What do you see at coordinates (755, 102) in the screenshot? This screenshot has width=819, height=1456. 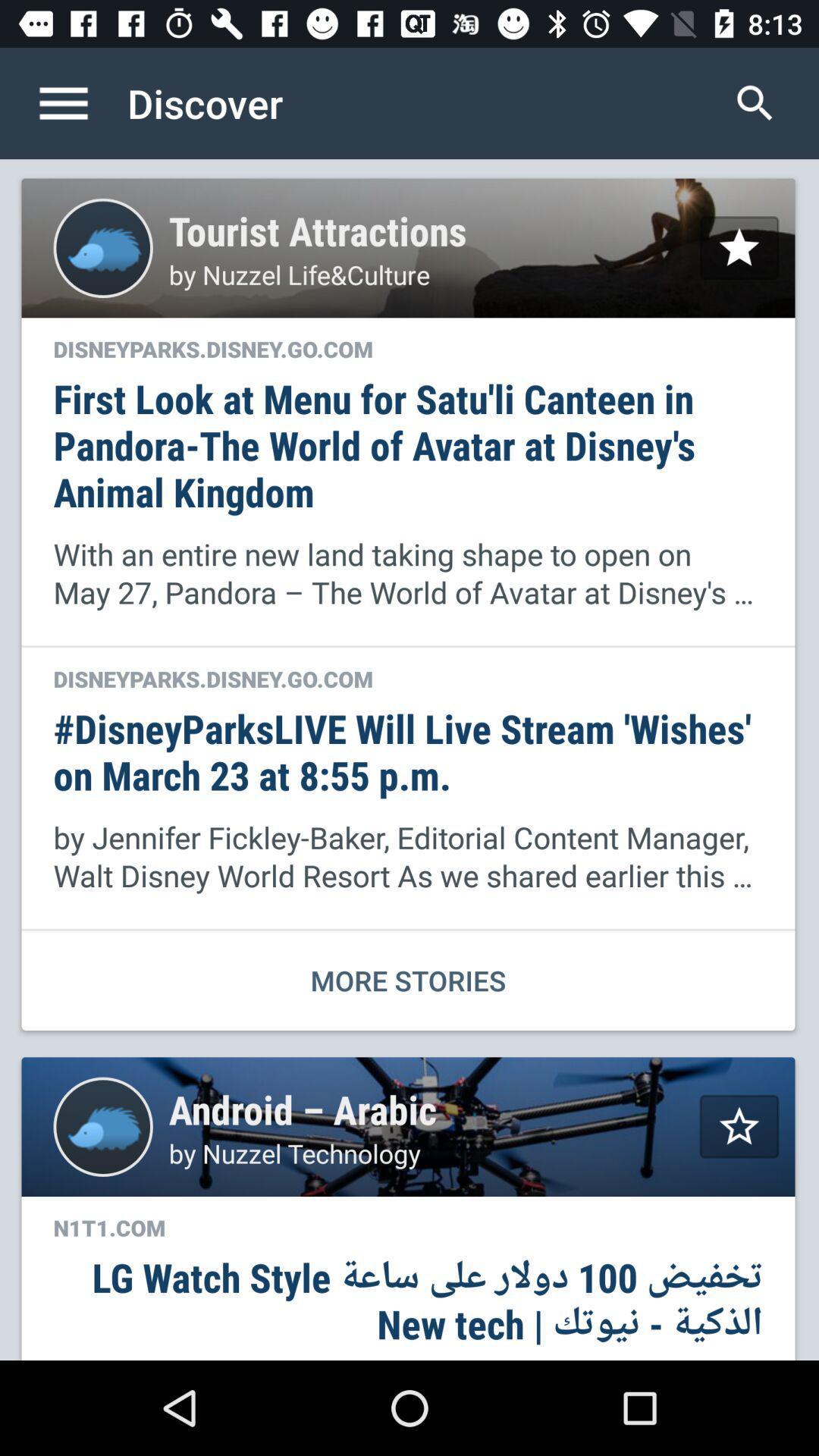 I see `icon next to the discover icon` at bounding box center [755, 102].